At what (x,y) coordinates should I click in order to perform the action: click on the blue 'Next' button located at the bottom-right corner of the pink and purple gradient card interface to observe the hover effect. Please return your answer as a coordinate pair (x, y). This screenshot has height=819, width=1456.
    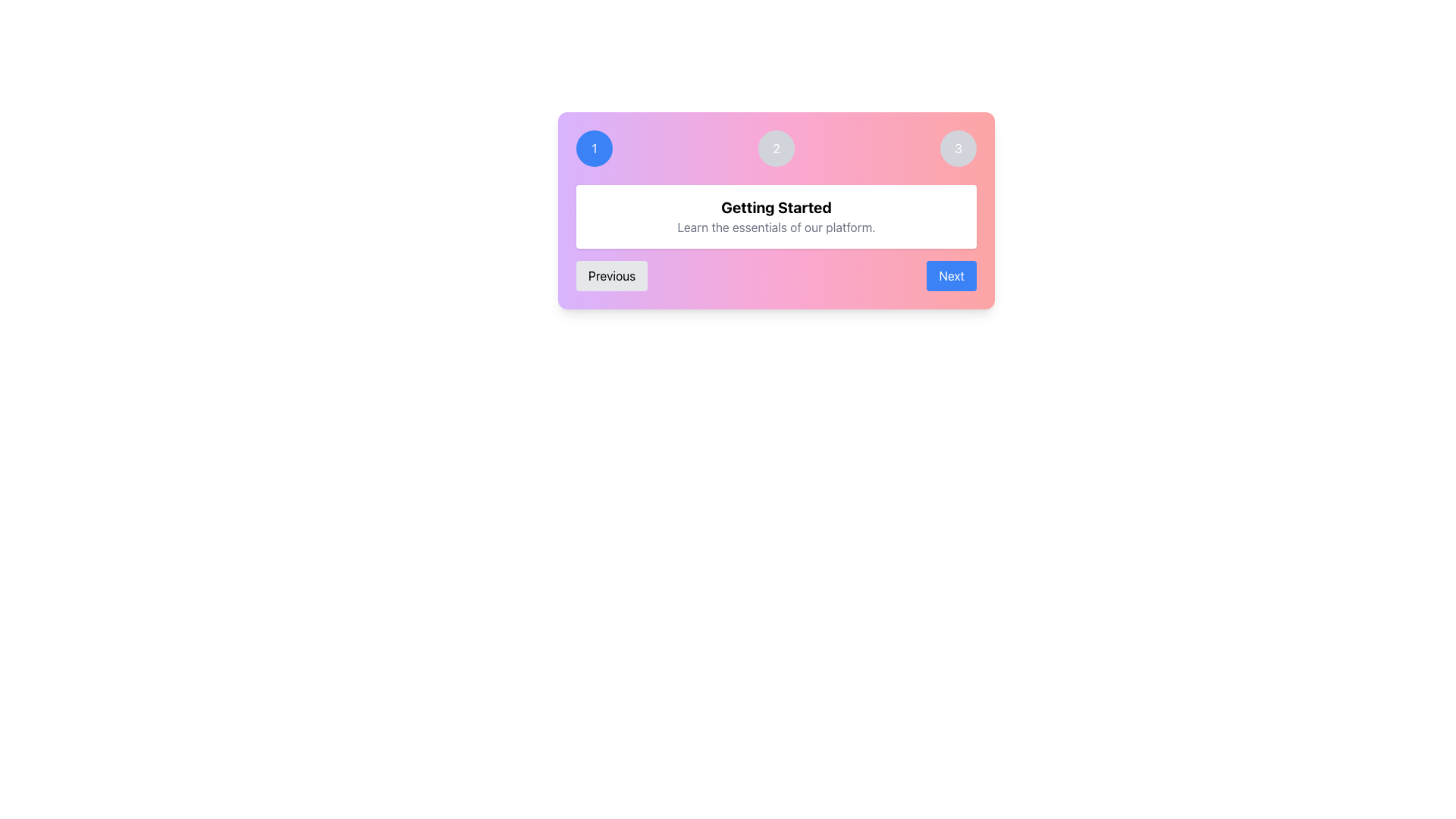
    Looking at the image, I should click on (951, 275).